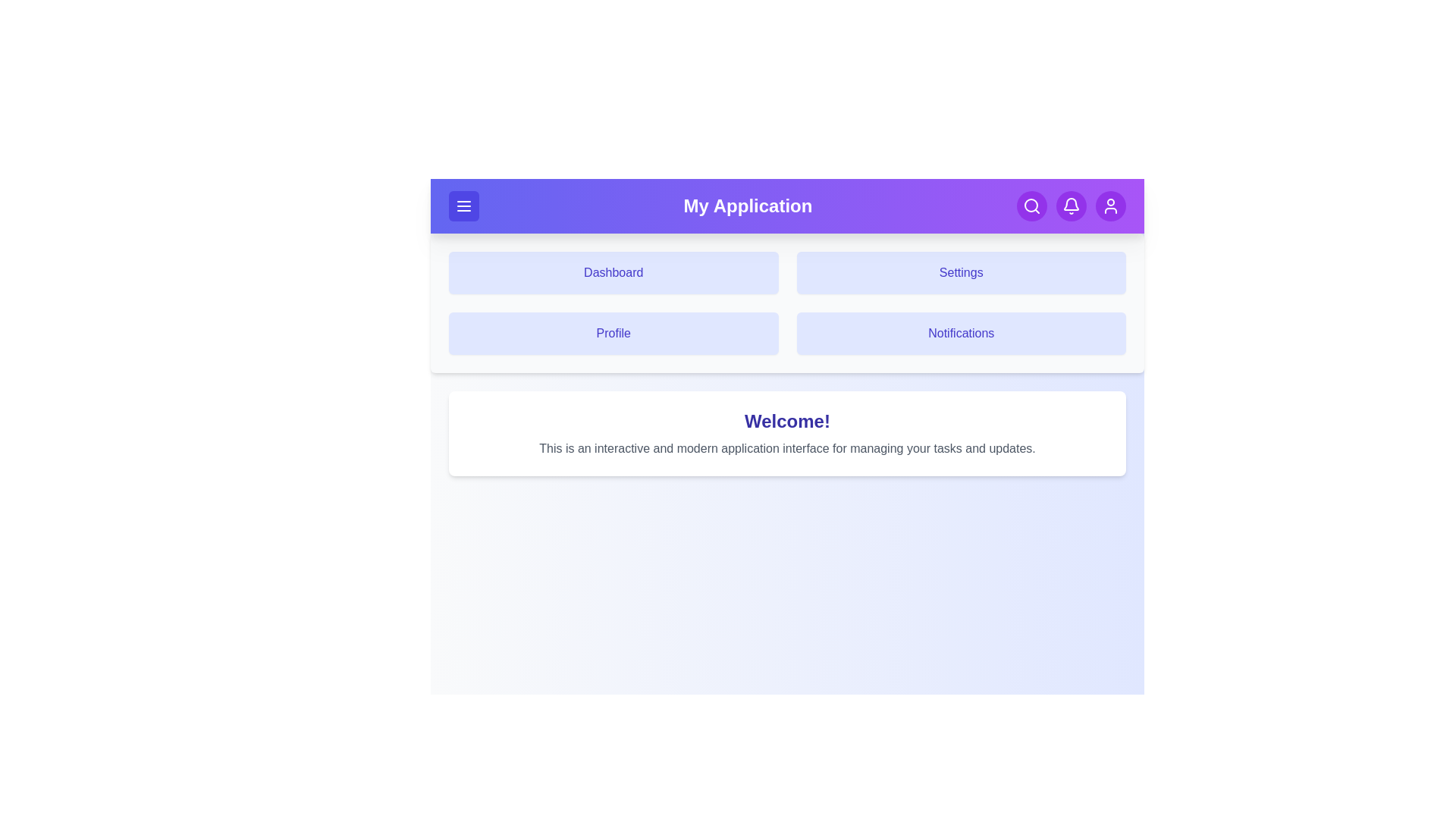 The image size is (1456, 819). I want to click on menu toggle button to toggle the side menu visibility, so click(463, 206).